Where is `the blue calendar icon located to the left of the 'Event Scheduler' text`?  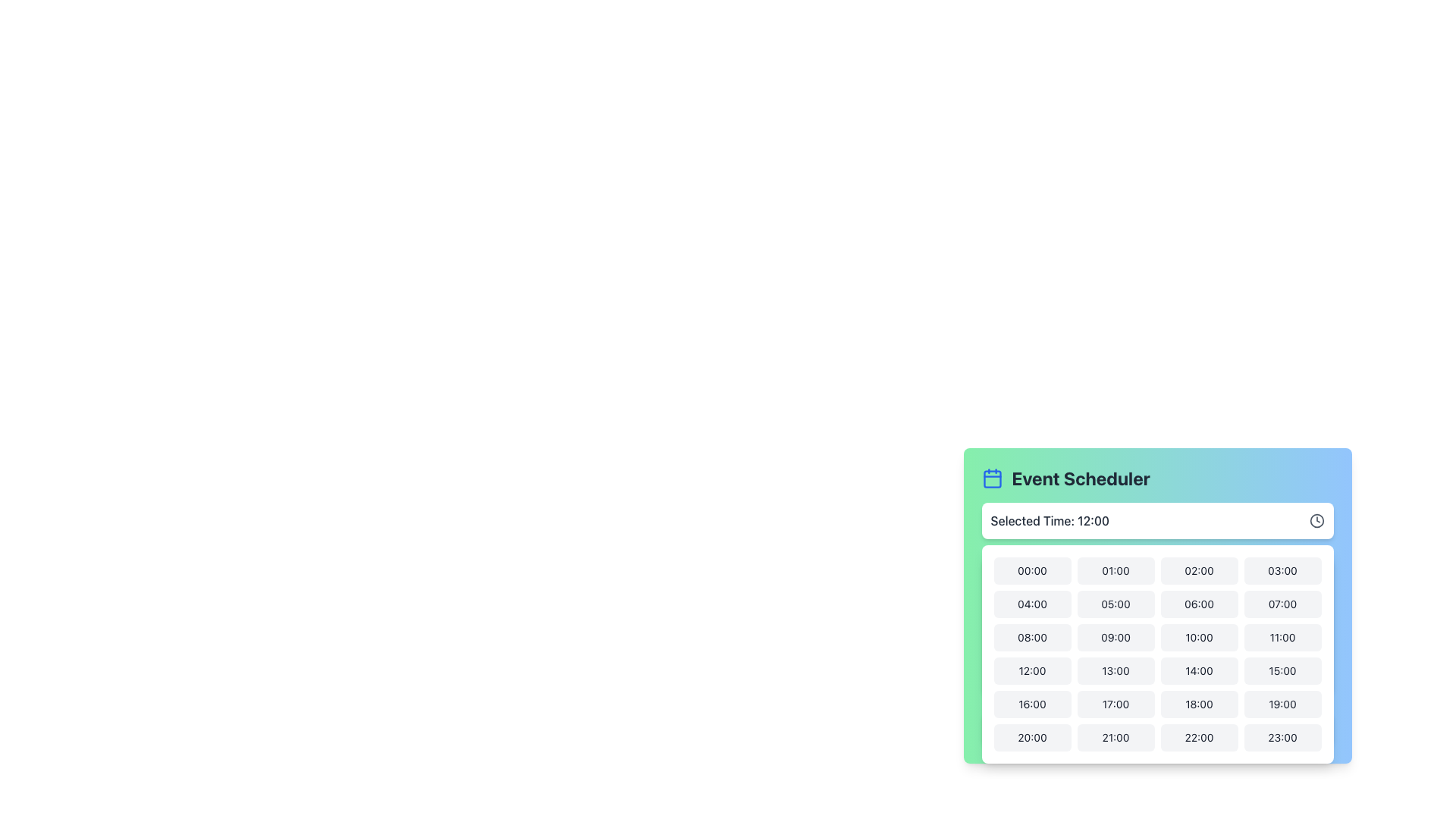 the blue calendar icon located to the left of the 'Event Scheduler' text is located at coordinates (992, 479).